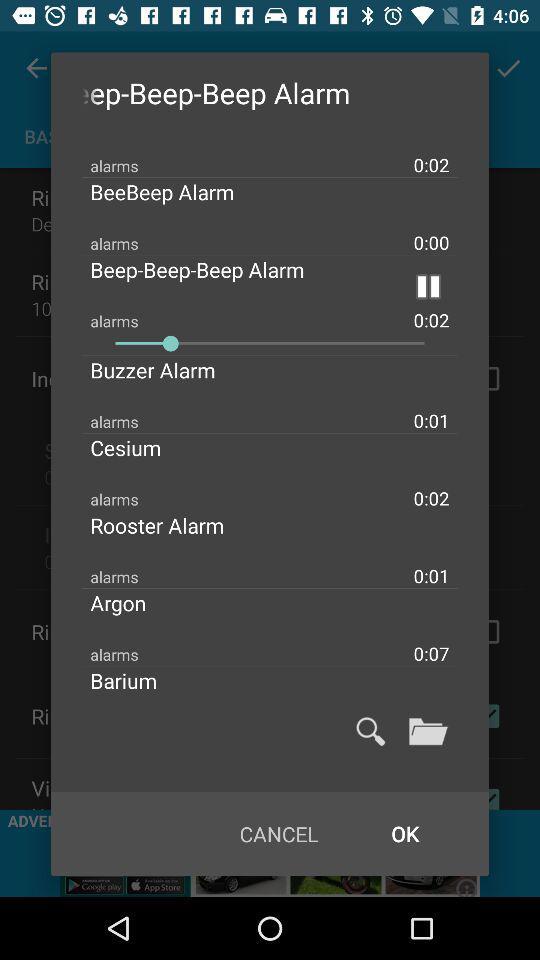  Describe the element at coordinates (427, 730) in the screenshot. I see `folder` at that location.